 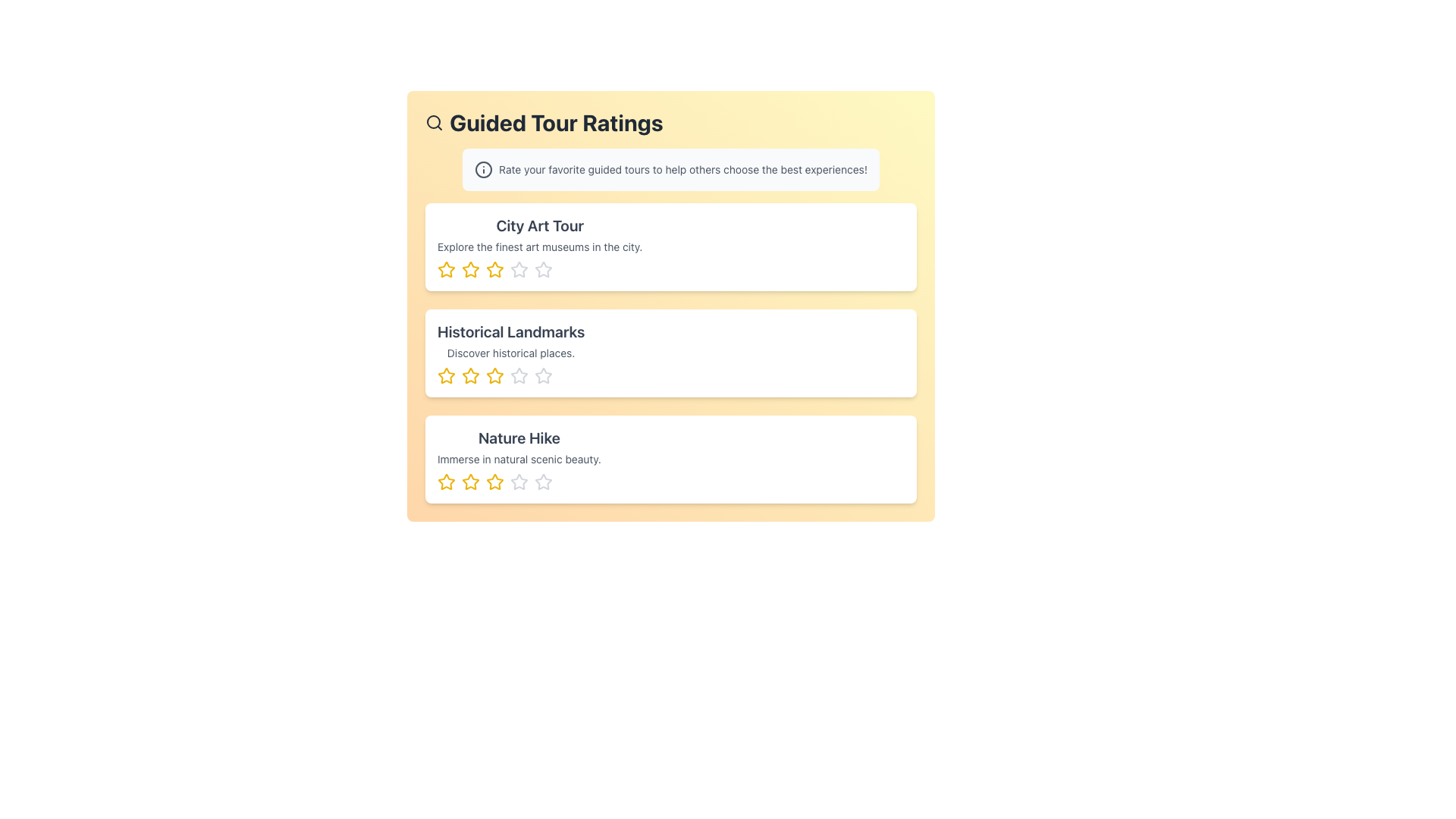 I want to click on the text label that says 'Immerse in natural scenic beauty.' styled in gray font, located under the 'Nature Hike' section and above the star rating section, so click(x=519, y=458).